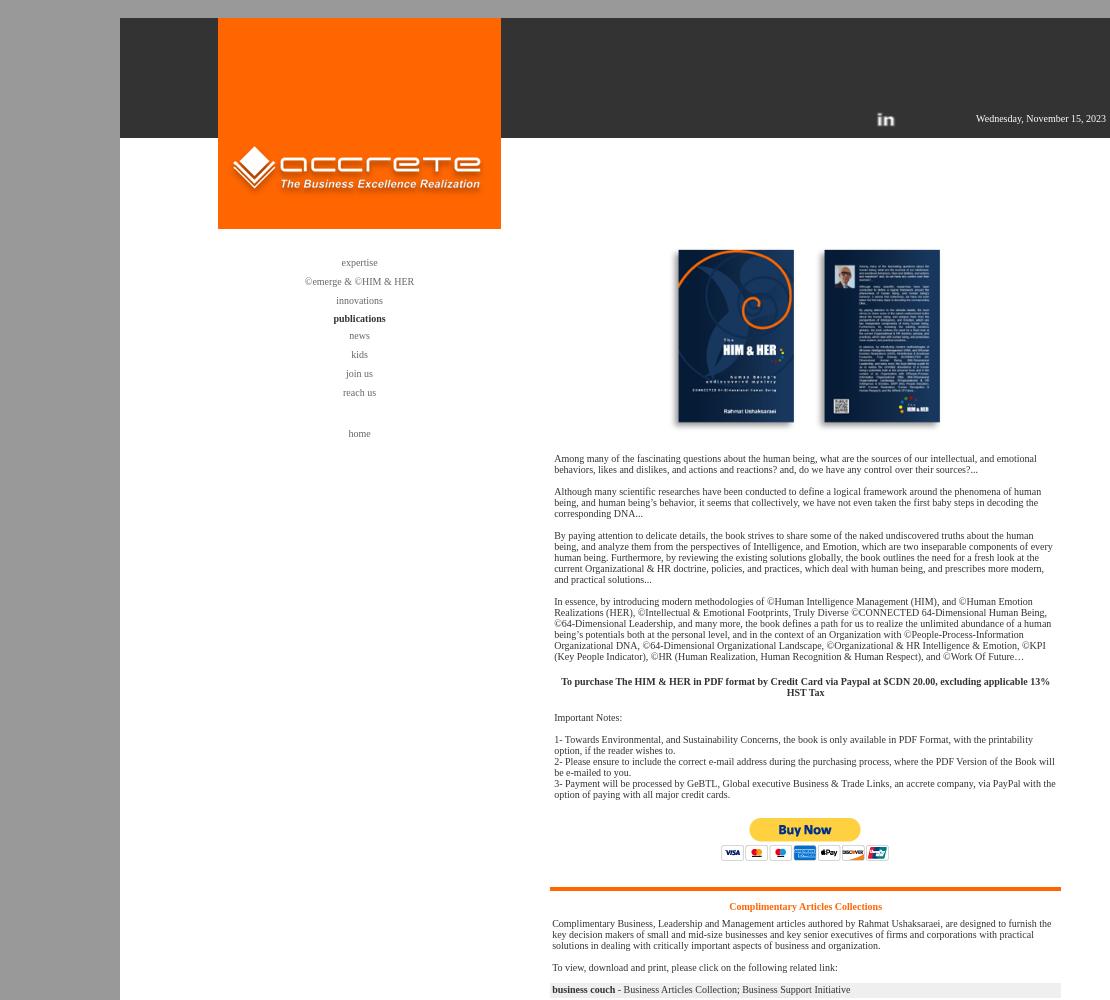  Describe the element at coordinates (358, 262) in the screenshot. I see `'expertise'` at that location.